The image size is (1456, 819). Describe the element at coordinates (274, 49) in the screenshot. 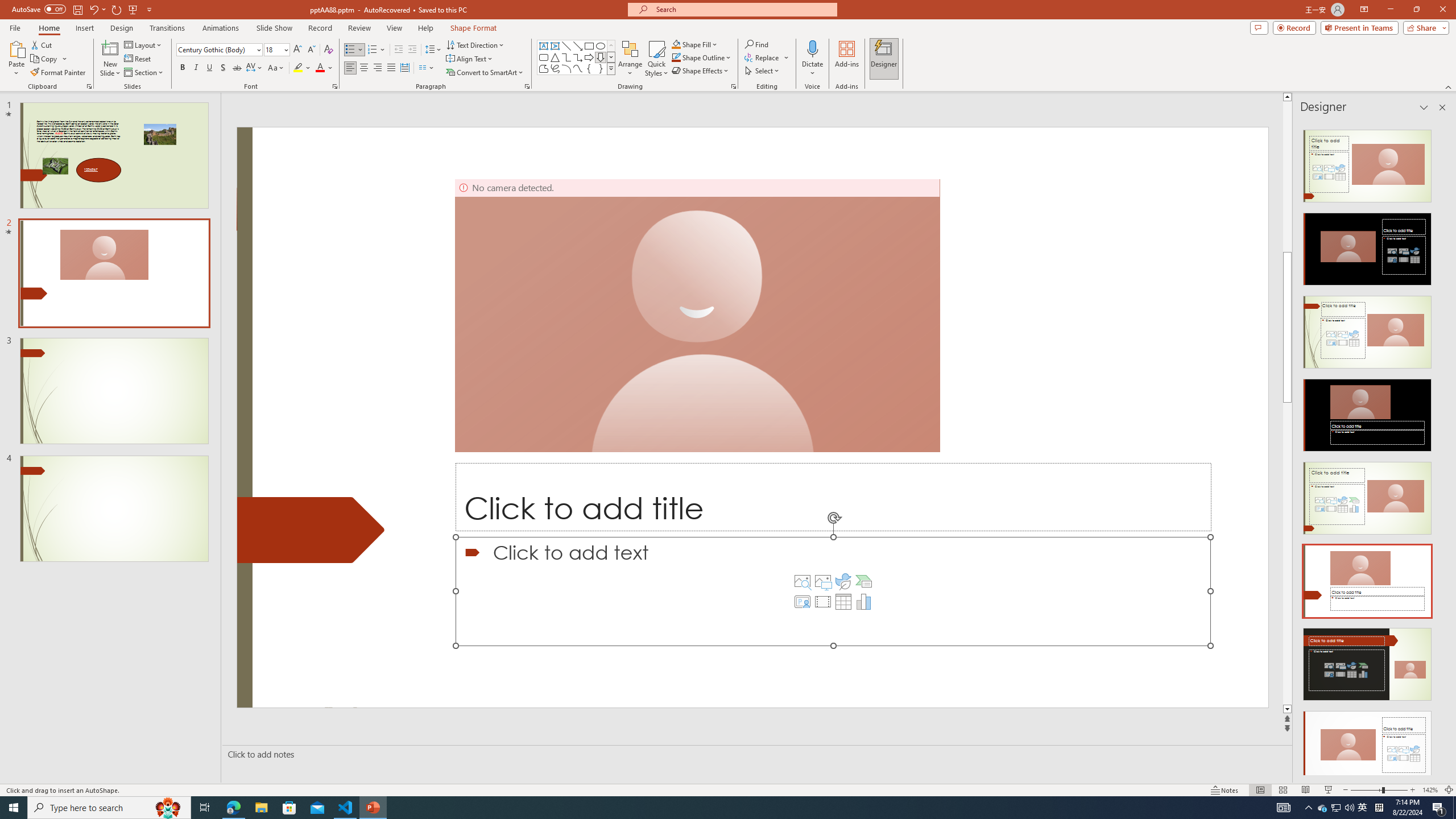

I see `'Font Size'` at that location.